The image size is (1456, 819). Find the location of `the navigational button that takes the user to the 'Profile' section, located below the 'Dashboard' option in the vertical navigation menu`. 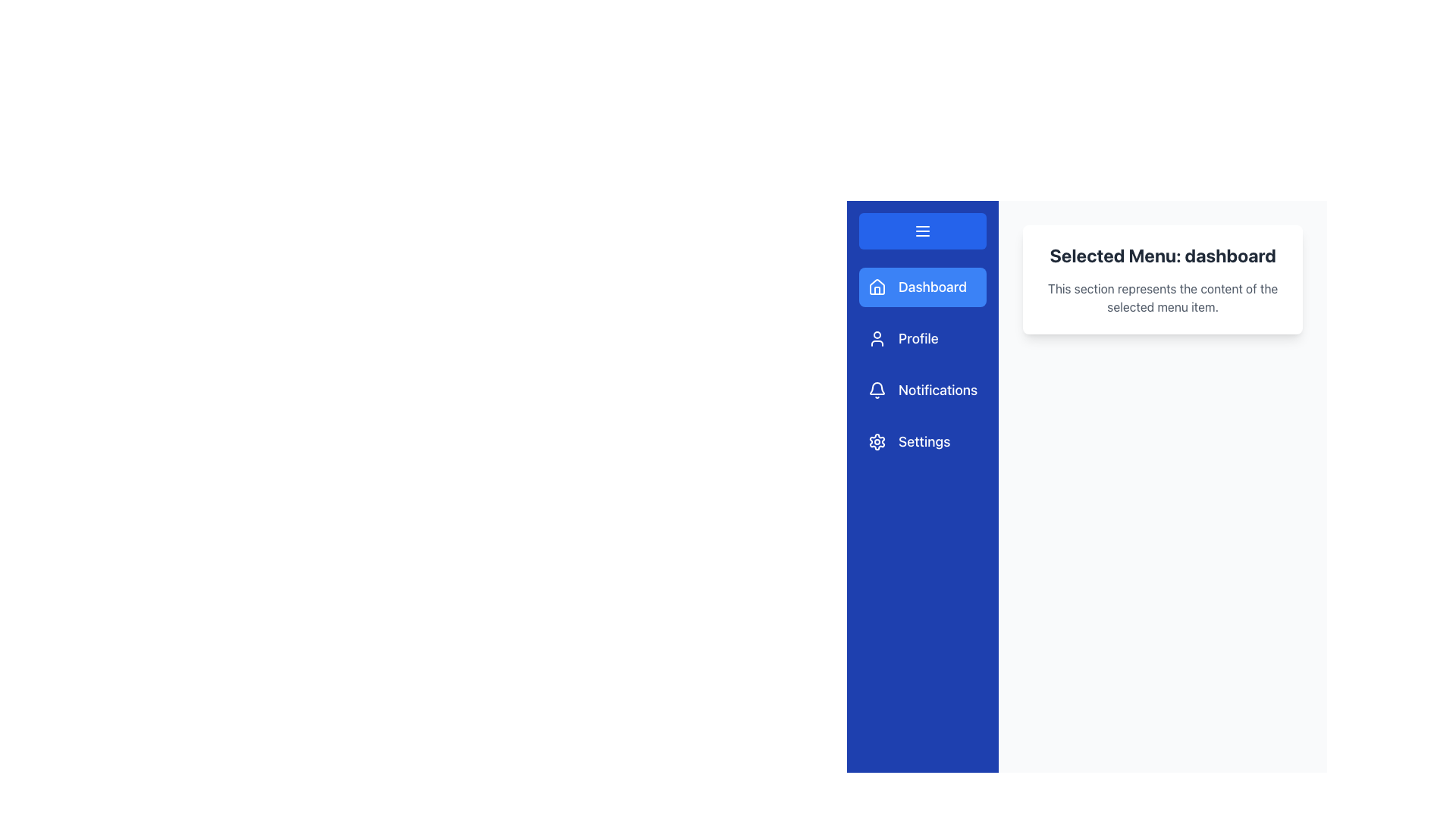

the navigational button that takes the user to the 'Profile' section, located below the 'Dashboard' option in the vertical navigation menu is located at coordinates (922, 338).